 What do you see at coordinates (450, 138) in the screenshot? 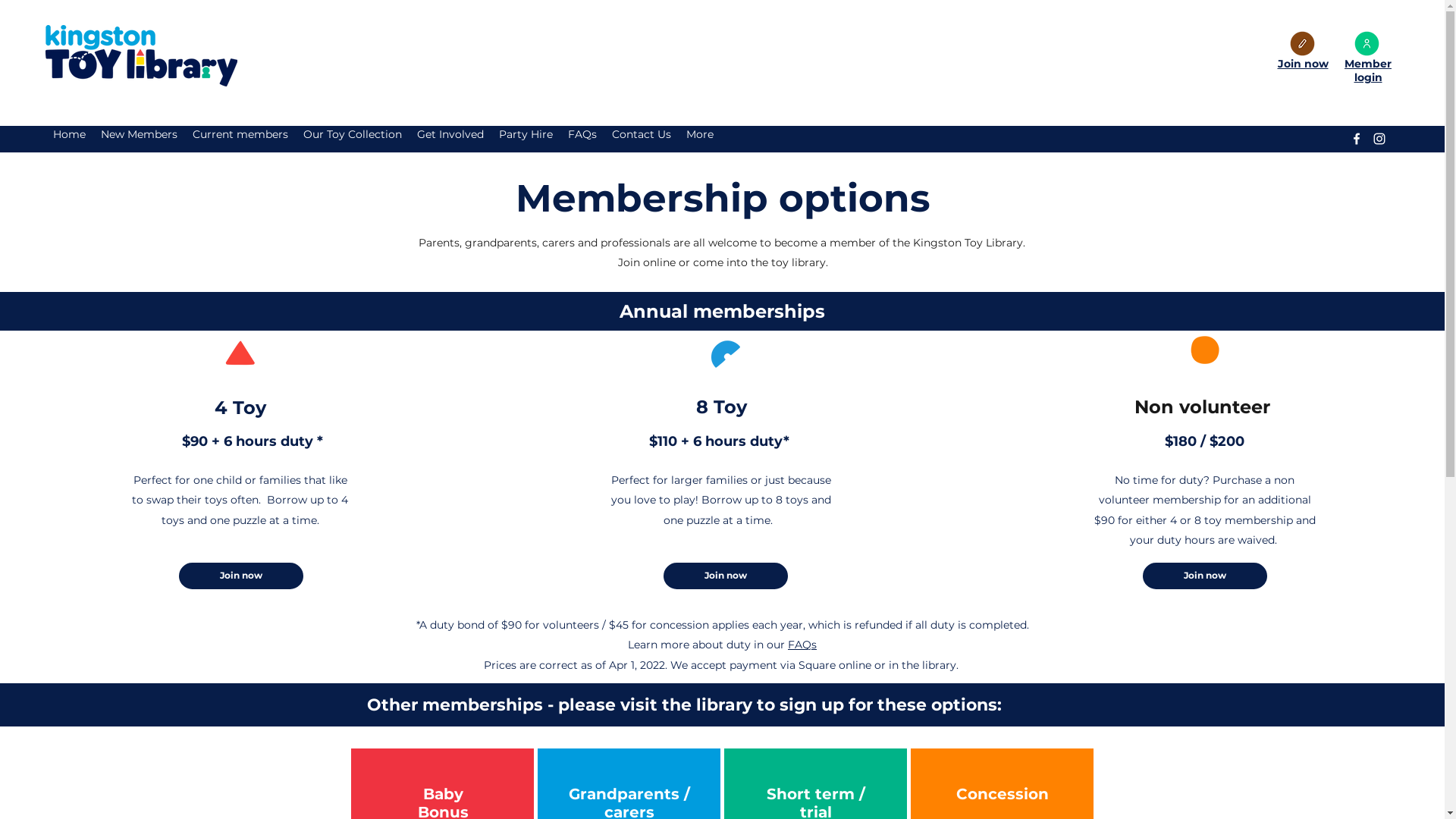
I see `'Get Involved'` at bounding box center [450, 138].